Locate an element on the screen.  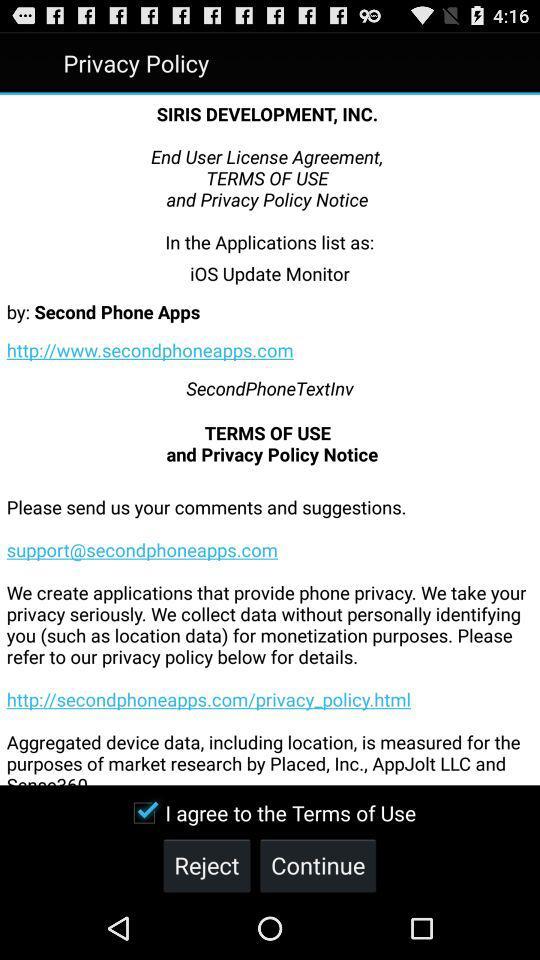
the icon above the i agree to icon is located at coordinates (270, 624).